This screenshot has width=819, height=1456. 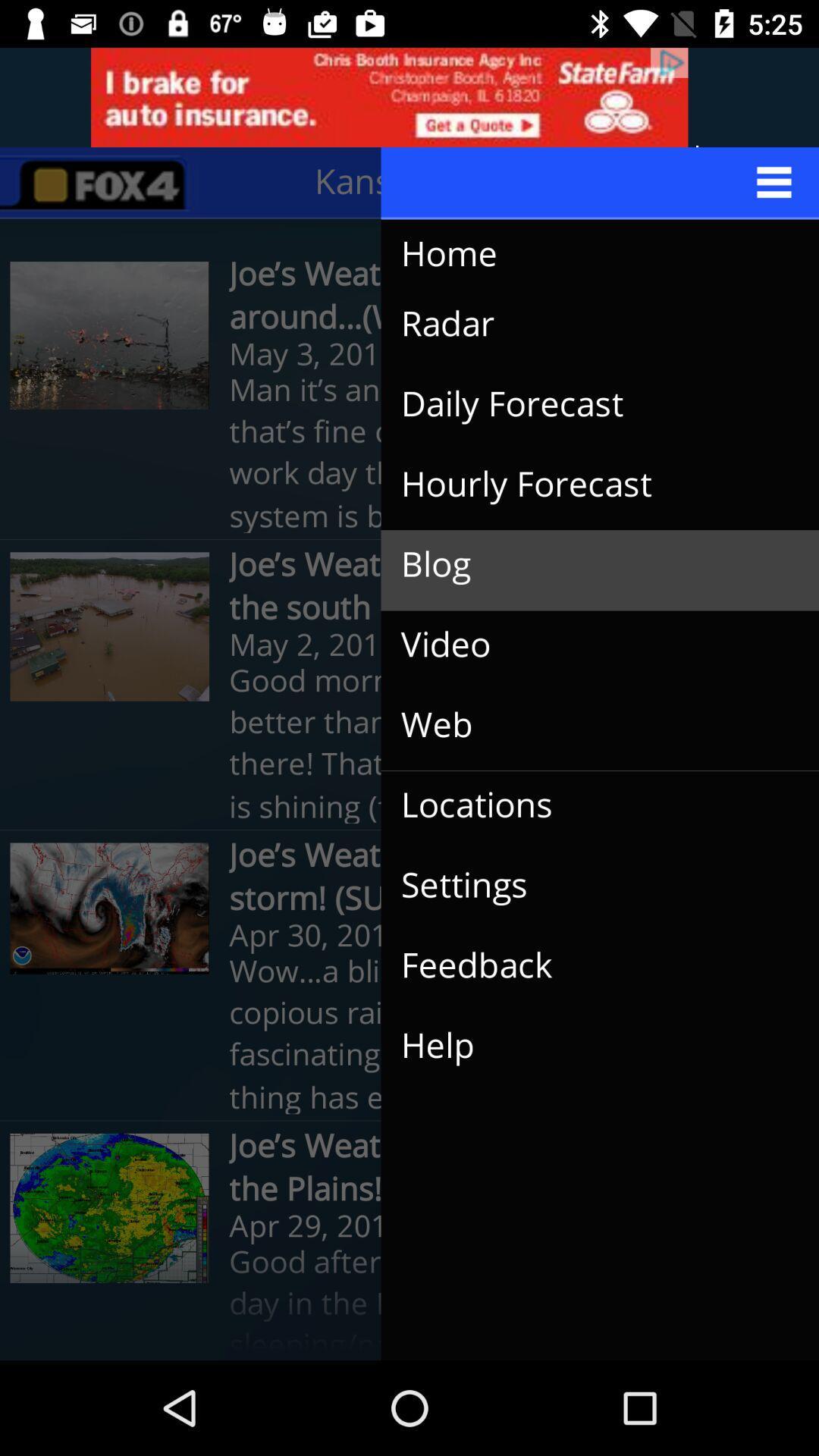 What do you see at coordinates (409, 96) in the screenshot?
I see `open advertisement link` at bounding box center [409, 96].